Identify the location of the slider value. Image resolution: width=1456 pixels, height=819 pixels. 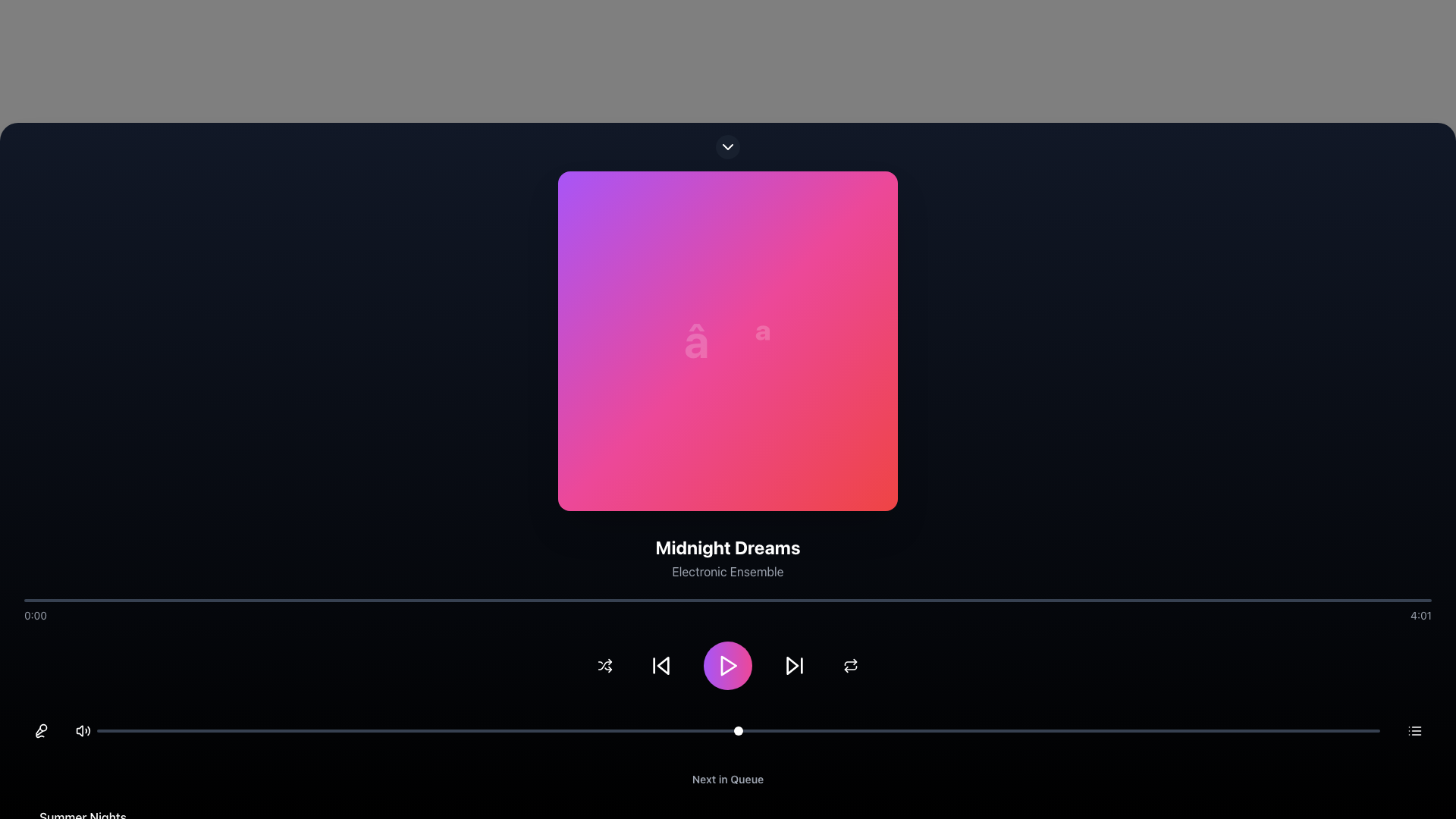
(186, 730).